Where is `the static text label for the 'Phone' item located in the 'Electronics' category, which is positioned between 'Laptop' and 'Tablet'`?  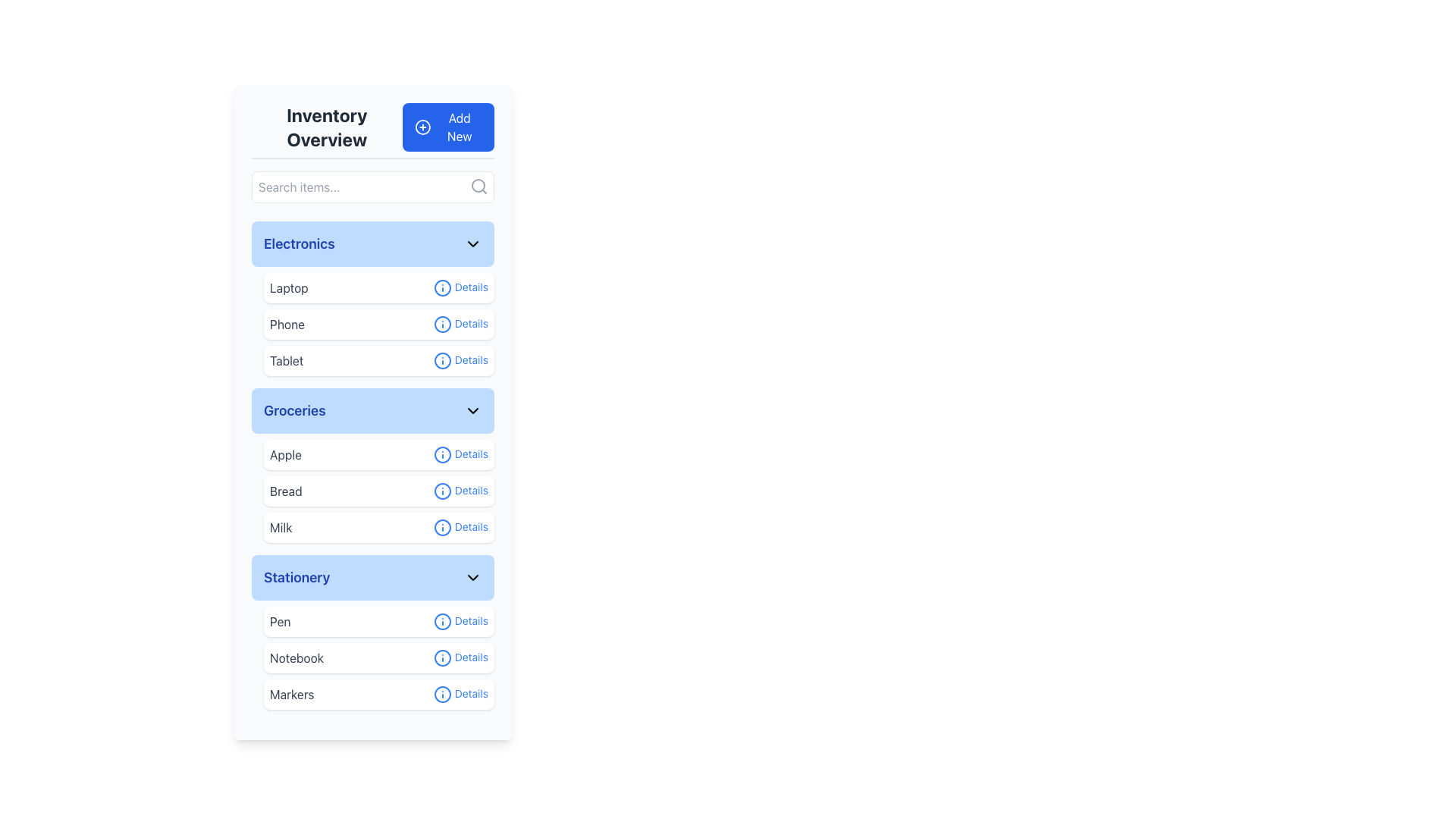
the static text label for the 'Phone' item located in the 'Electronics' category, which is positioned between 'Laptop' and 'Tablet' is located at coordinates (287, 324).